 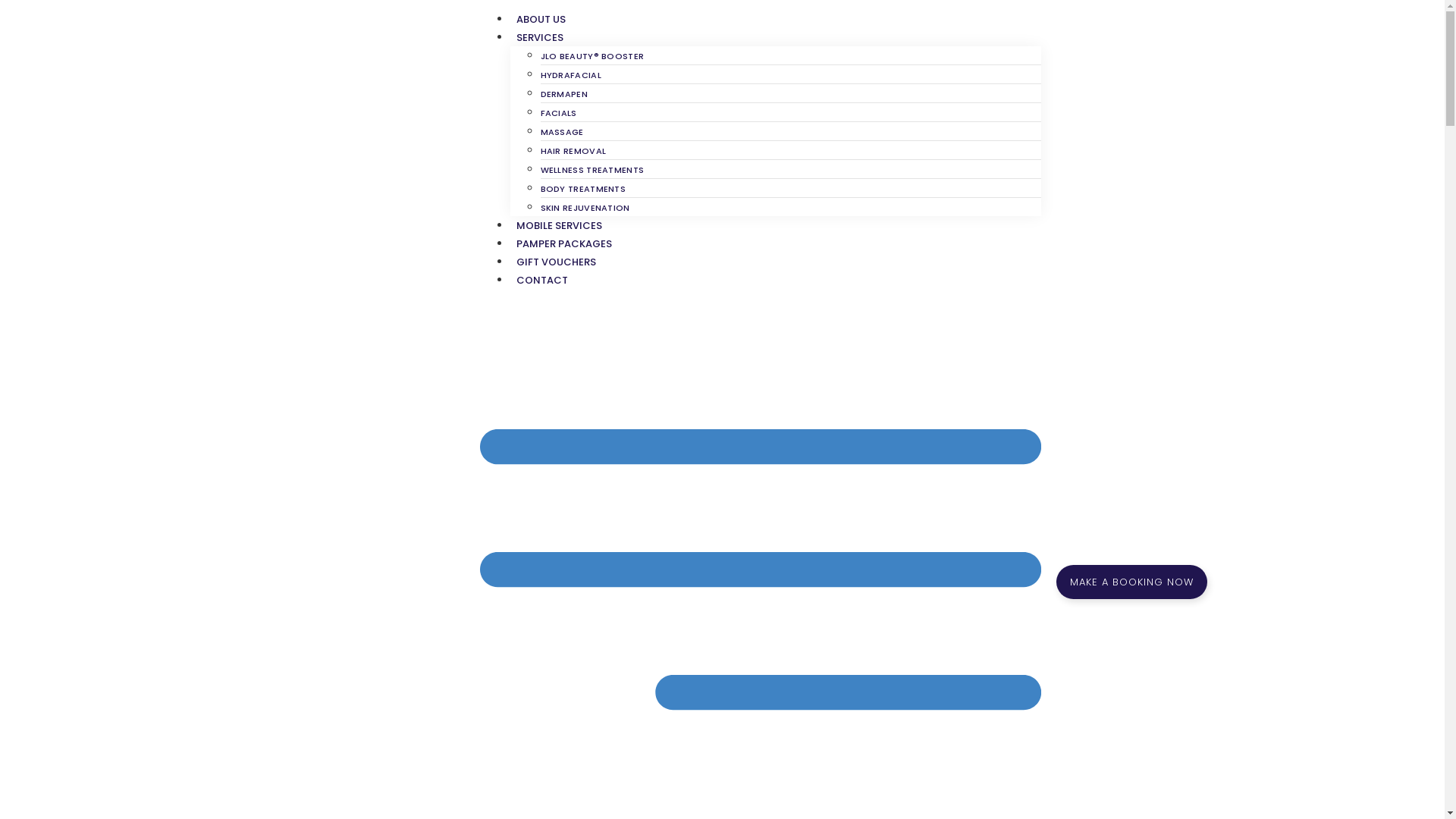 What do you see at coordinates (557, 225) in the screenshot?
I see `'MOBILE SERVICES'` at bounding box center [557, 225].